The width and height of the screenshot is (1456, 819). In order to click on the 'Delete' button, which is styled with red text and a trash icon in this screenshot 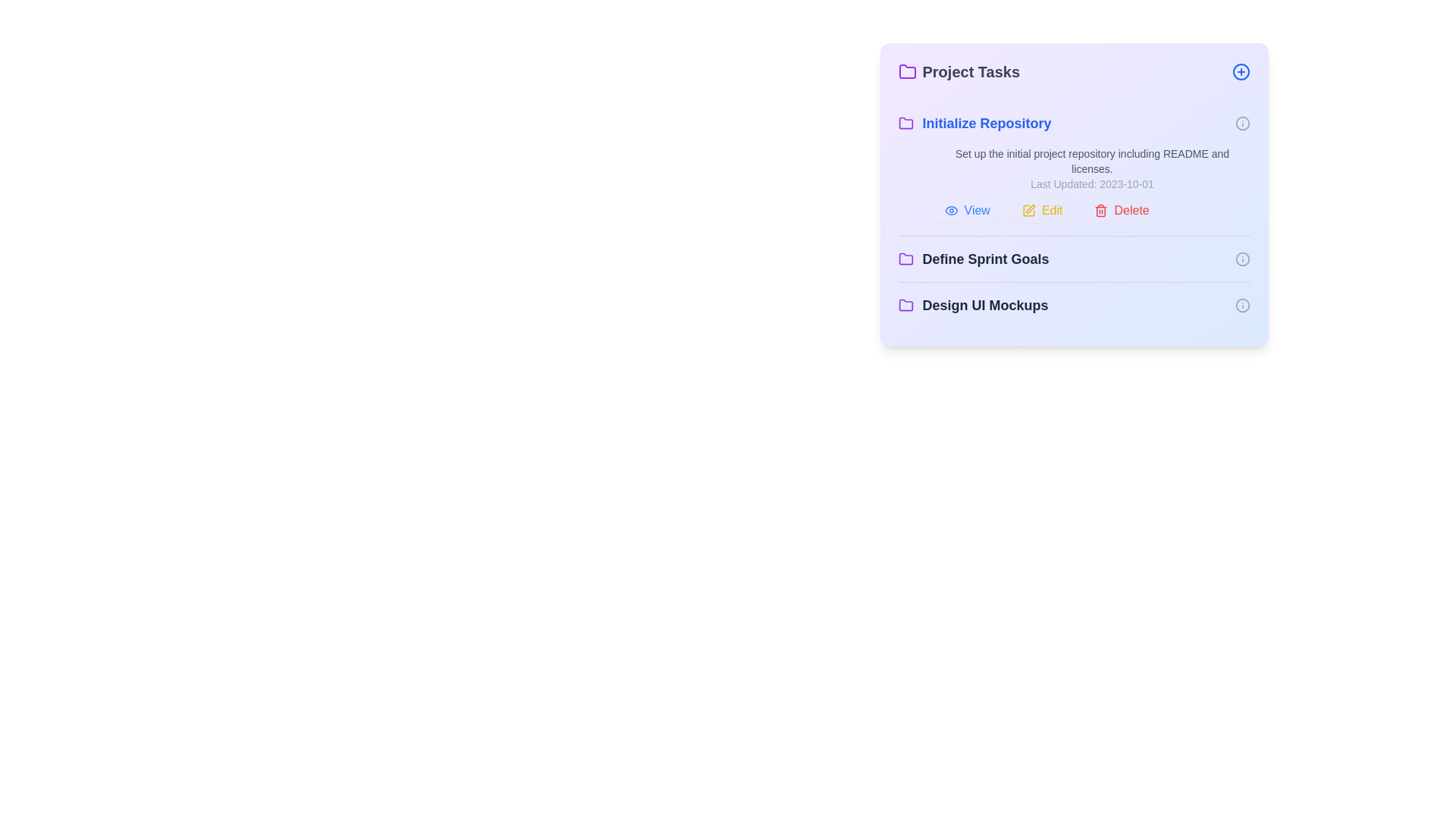, I will do `click(1122, 210)`.